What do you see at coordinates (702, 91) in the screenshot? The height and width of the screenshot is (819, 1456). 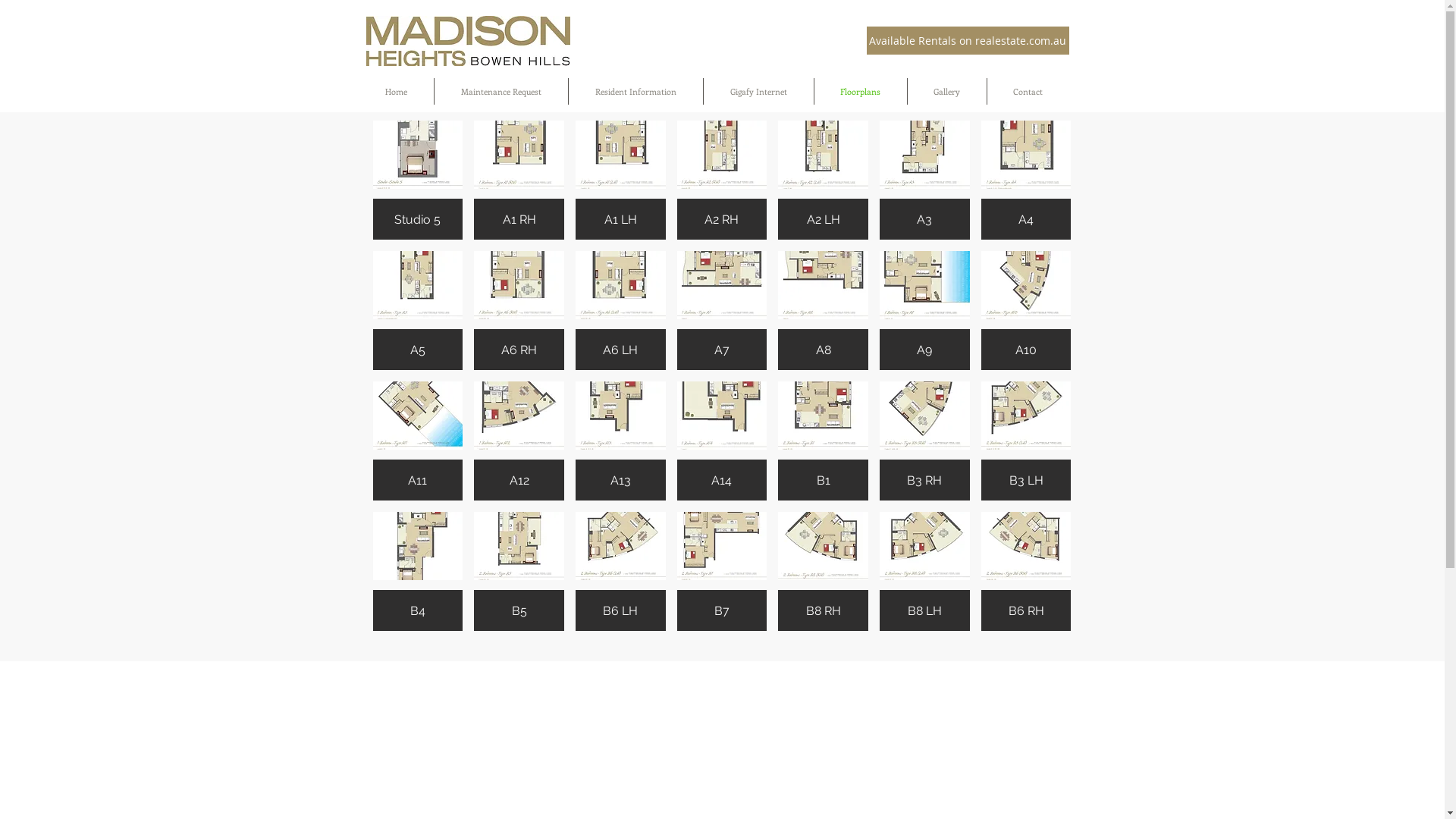 I see `'Gigafy Internet'` at bounding box center [702, 91].